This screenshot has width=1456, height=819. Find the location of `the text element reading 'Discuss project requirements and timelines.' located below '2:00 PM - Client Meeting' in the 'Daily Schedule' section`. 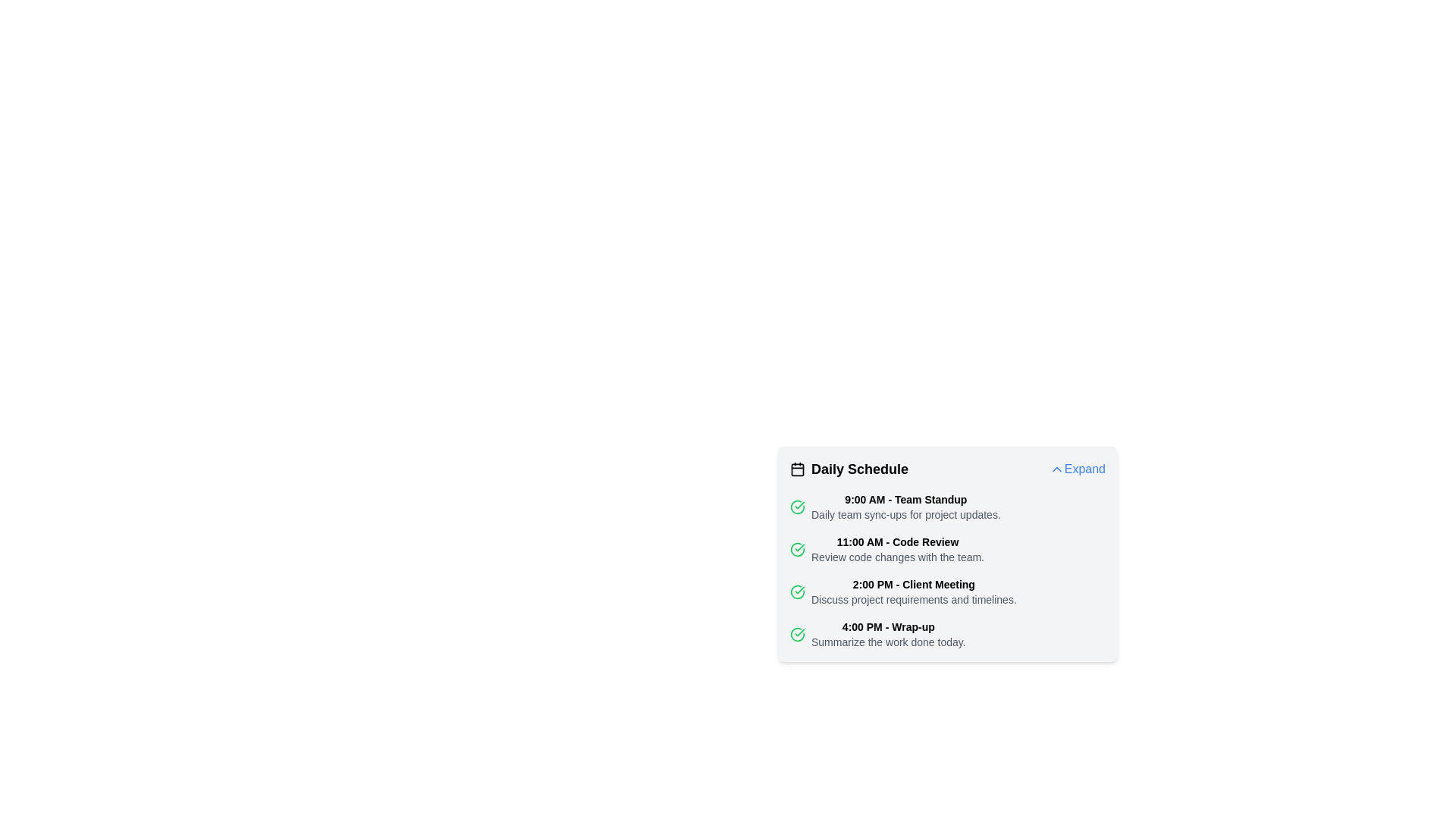

the text element reading 'Discuss project requirements and timelines.' located below '2:00 PM - Client Meeting' in the 'Daily Schedule' section is located at coordinates (913, 598).